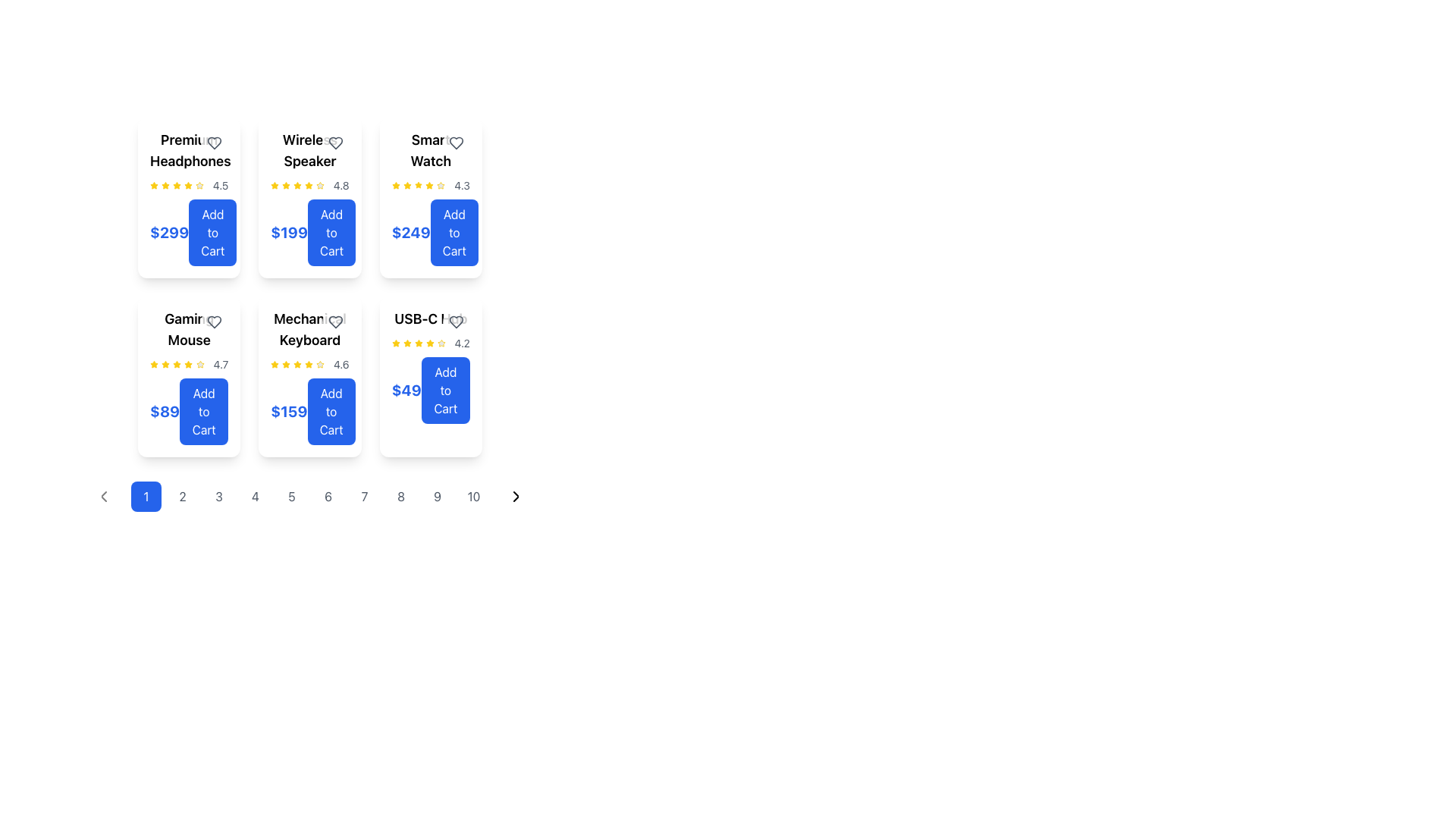  What do you see at coordinates (275, 364) in the screenshot?
I see `the star-shaped icon with a yellow fill and border, located in the sixth item of the product card grid, to interact with the rating or favorite marker` at bounding box center [275, 364].